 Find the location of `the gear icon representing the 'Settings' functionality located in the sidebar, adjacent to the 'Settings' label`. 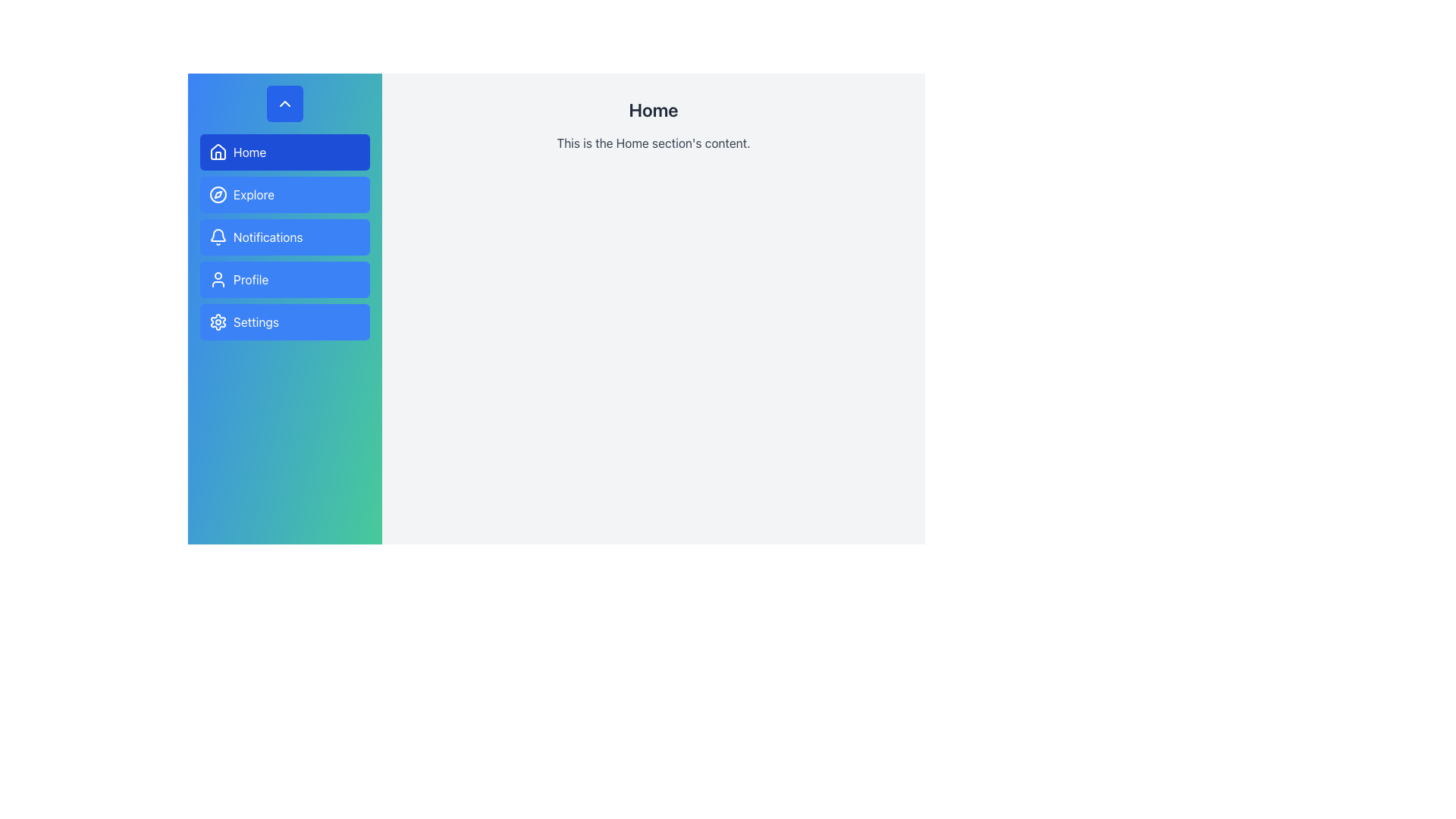

the gear icon representing the 'Settings' functionality located in the sidebar, adjacent to the 'Settings' label is located at coordinates (218, 321).